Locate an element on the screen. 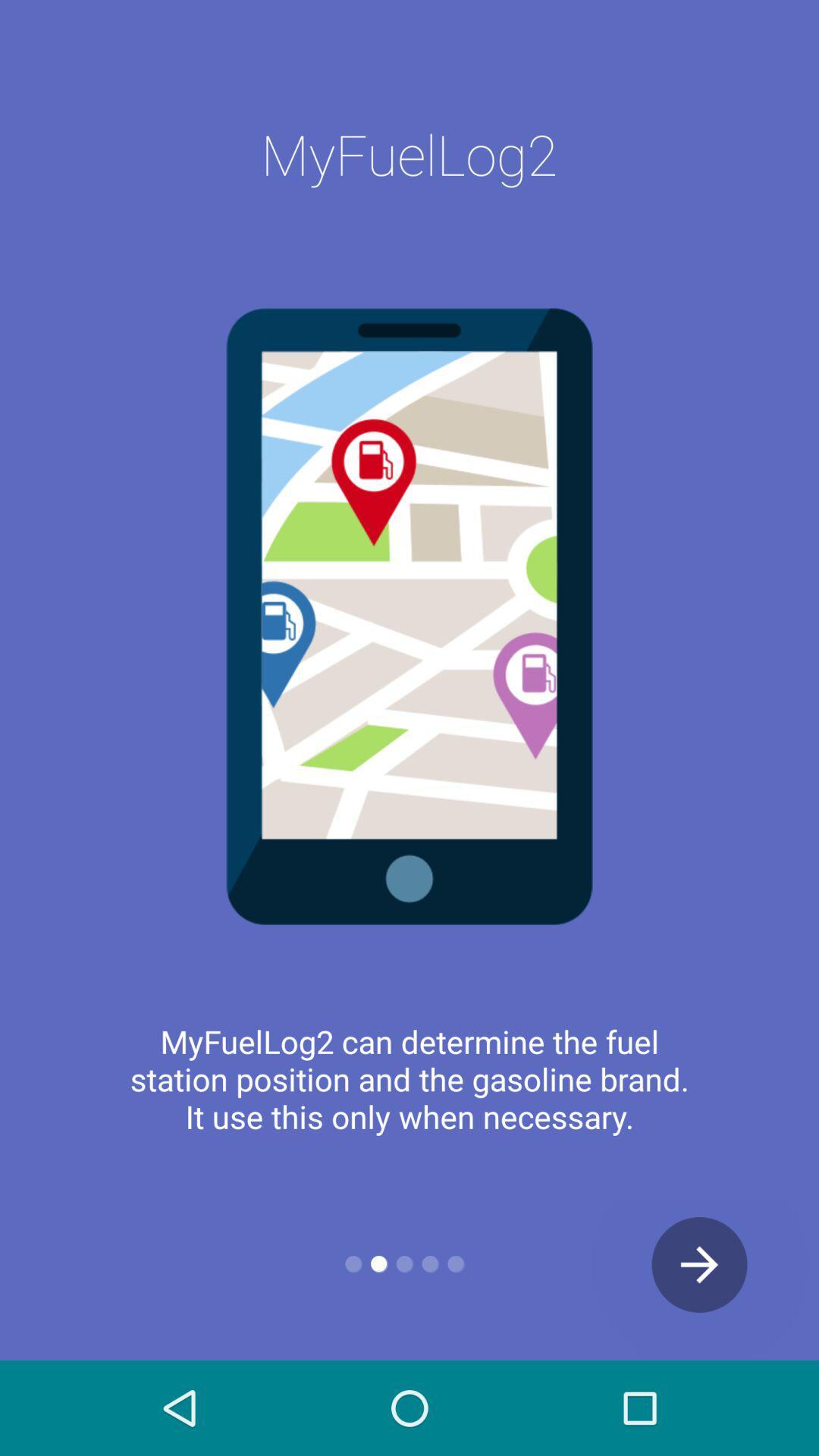 Image resolution: width=819 pixels, height=1456 pixels. the arrow_forward icon is located at coordinates (699, 1264).